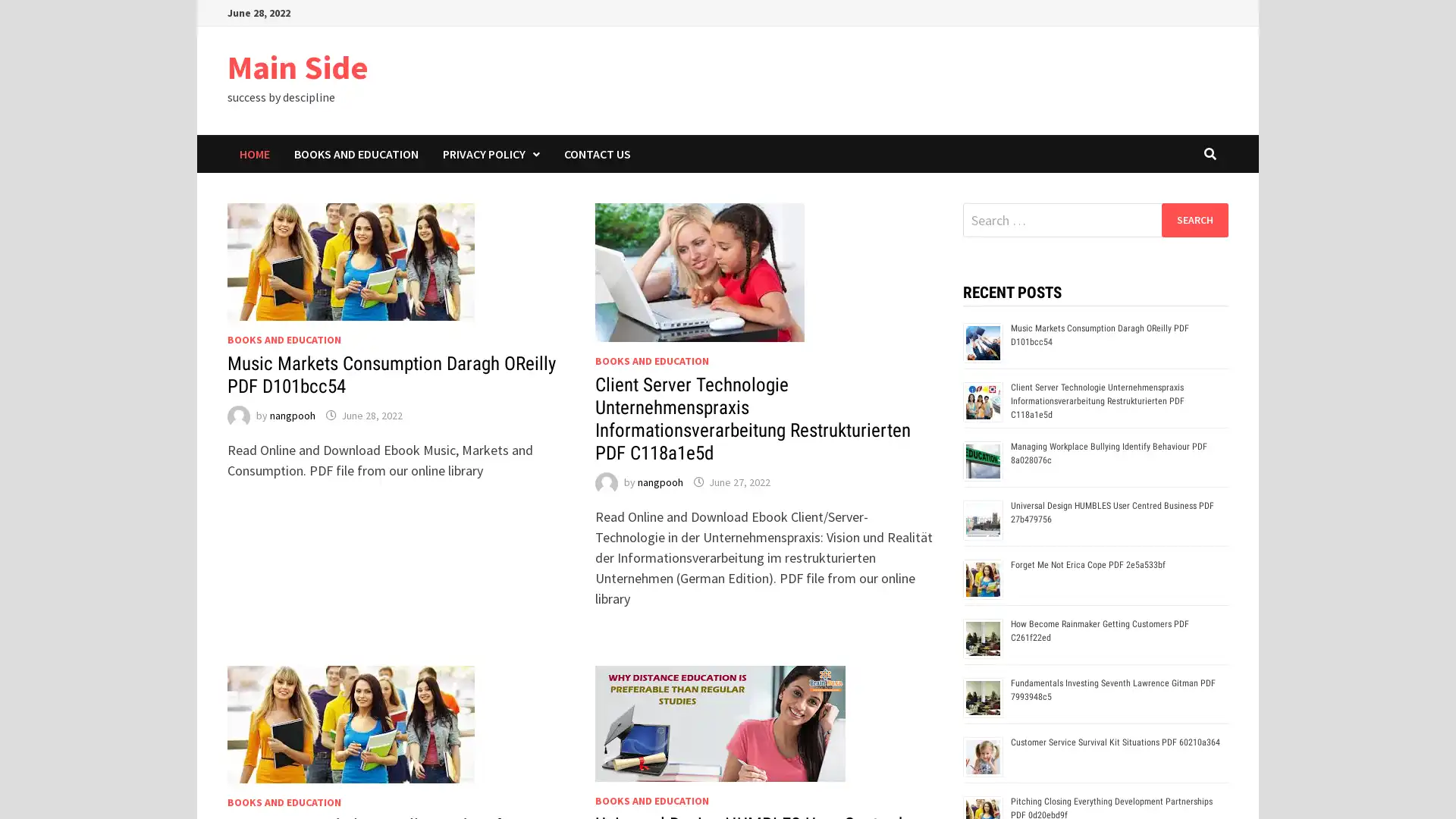  I want to click on Search, so click(1194, 219).